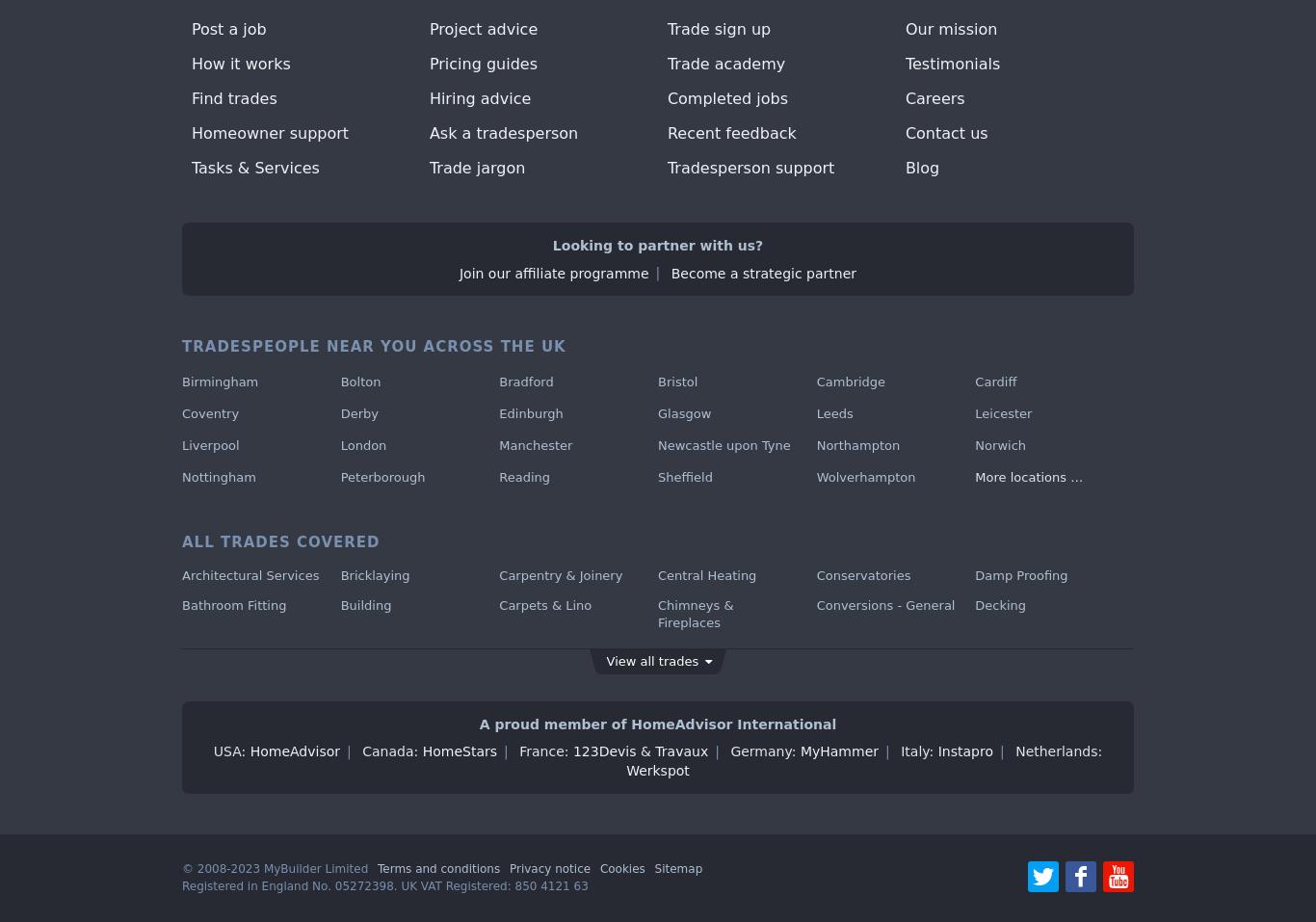 The height and width of the screenshot is (922, 1316). I want to click on 'Blog', so click(922, 168).